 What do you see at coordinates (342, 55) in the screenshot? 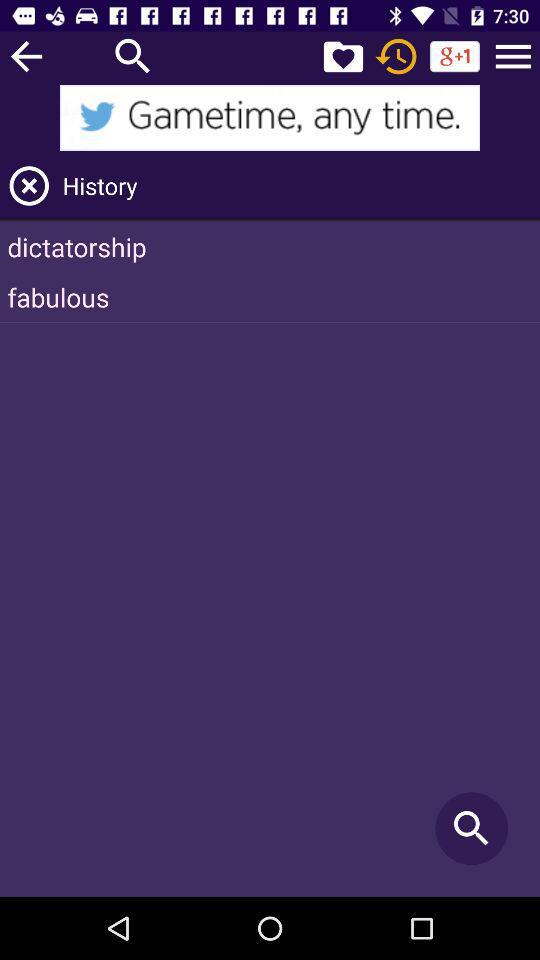
I see `put in favorites` at bounding box center [342, 55].